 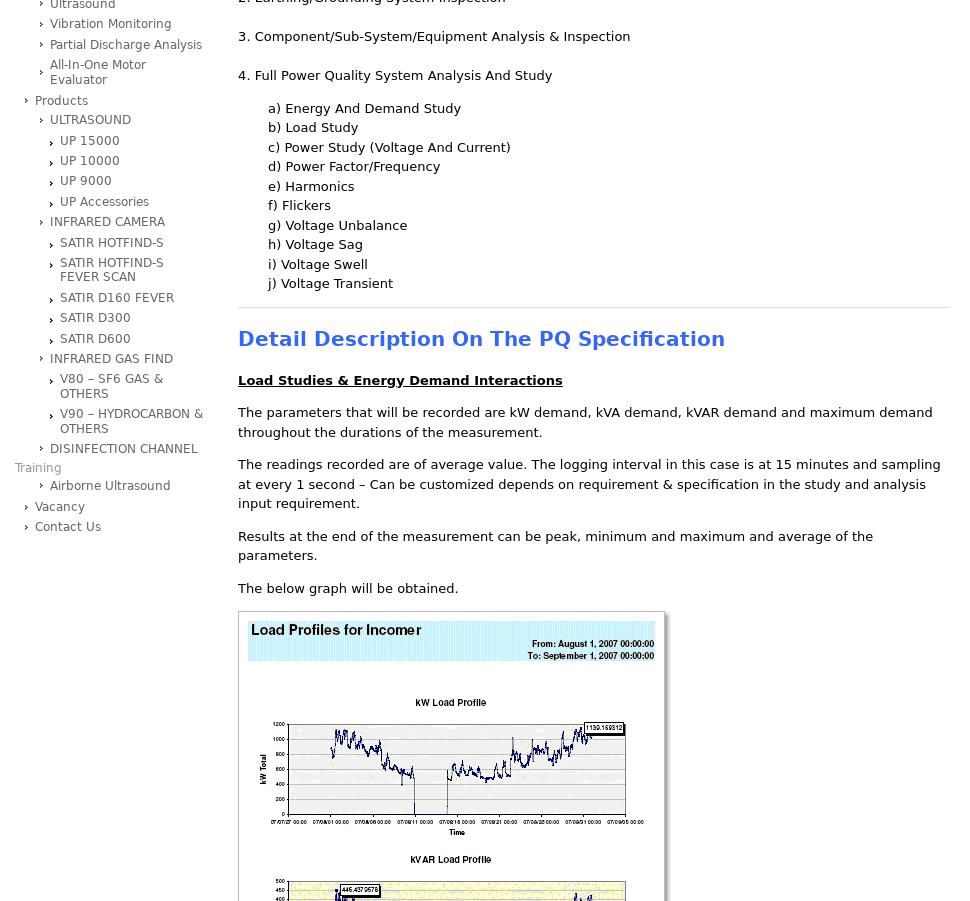 I want to click on 'The below graph will be obtained.', so click(x=347, y=586).